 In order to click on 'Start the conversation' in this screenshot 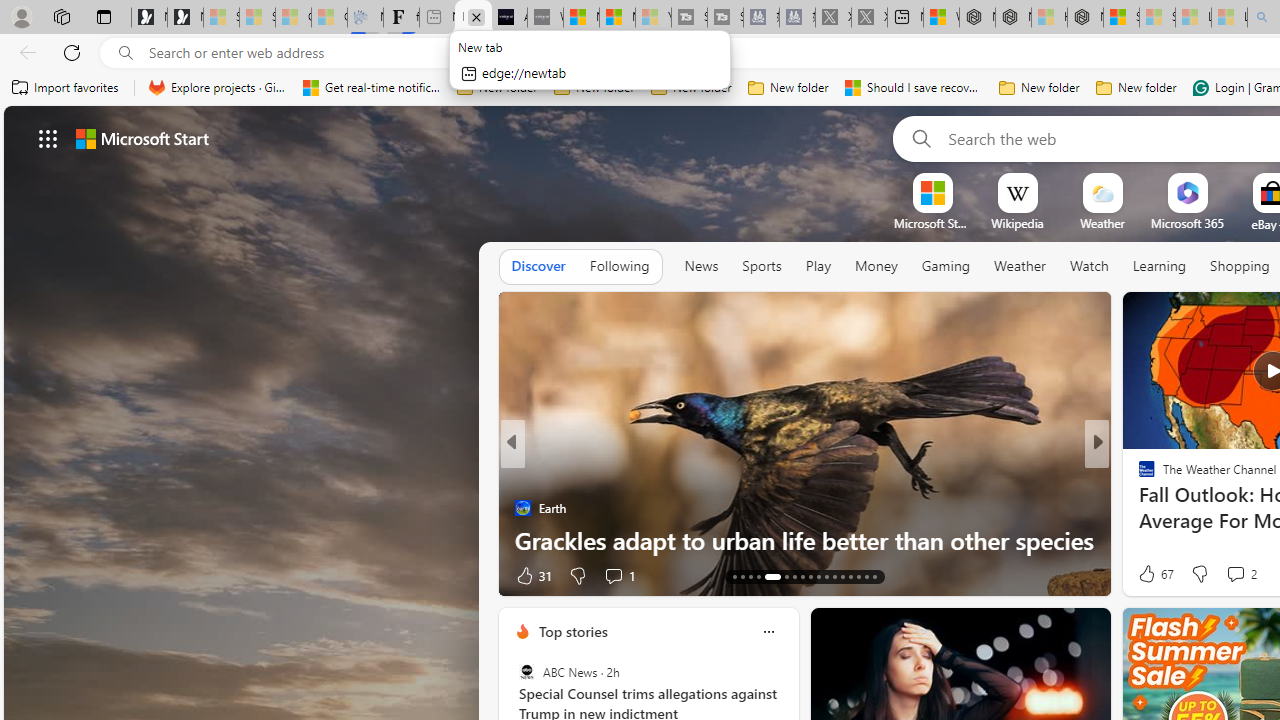, I will do `click(1234, 575)`.